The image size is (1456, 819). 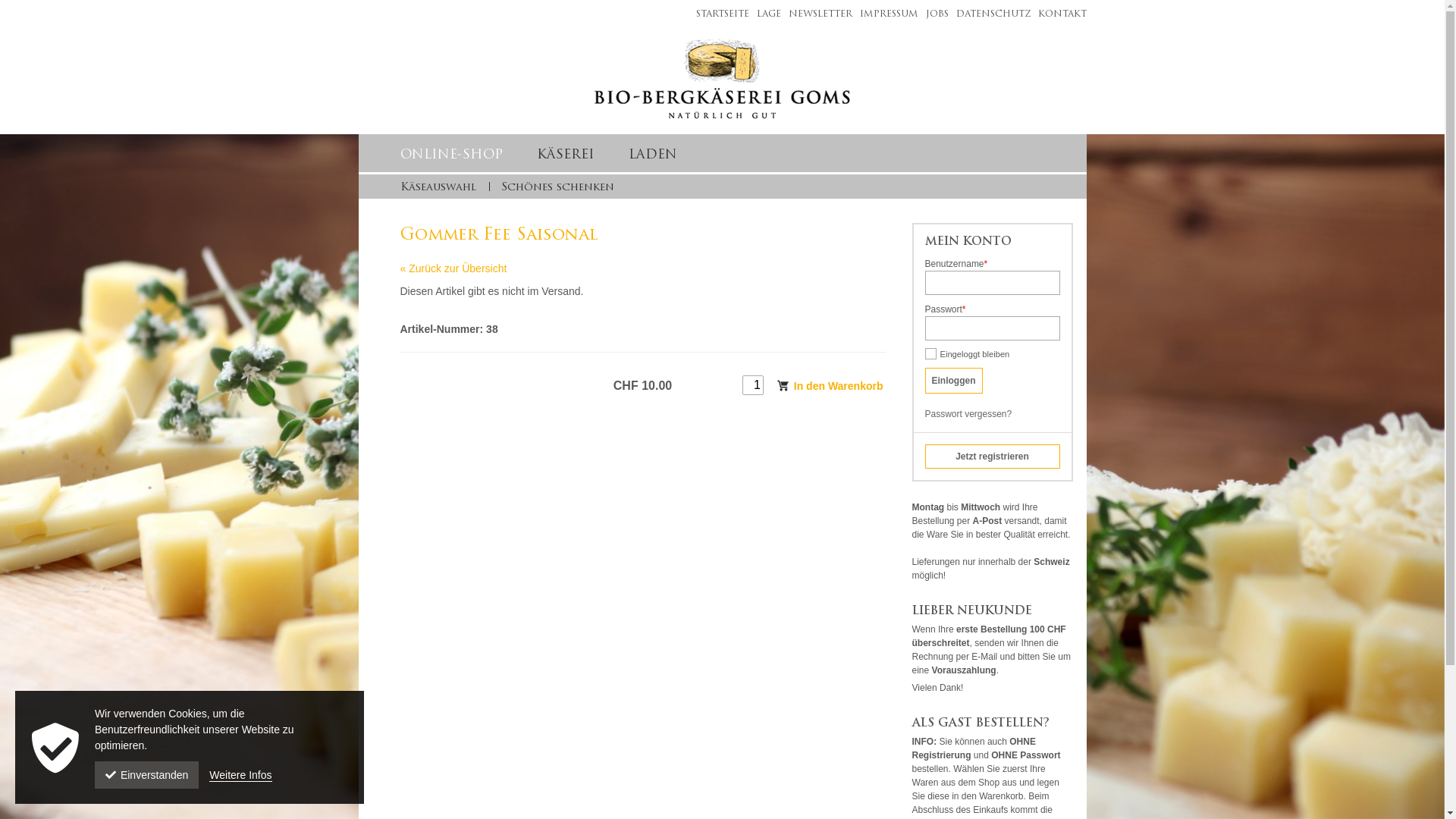 What do you see at coordinates (764, 14) in the screenshot?
I see `'LAGE'` at bounding box center [764, 14].